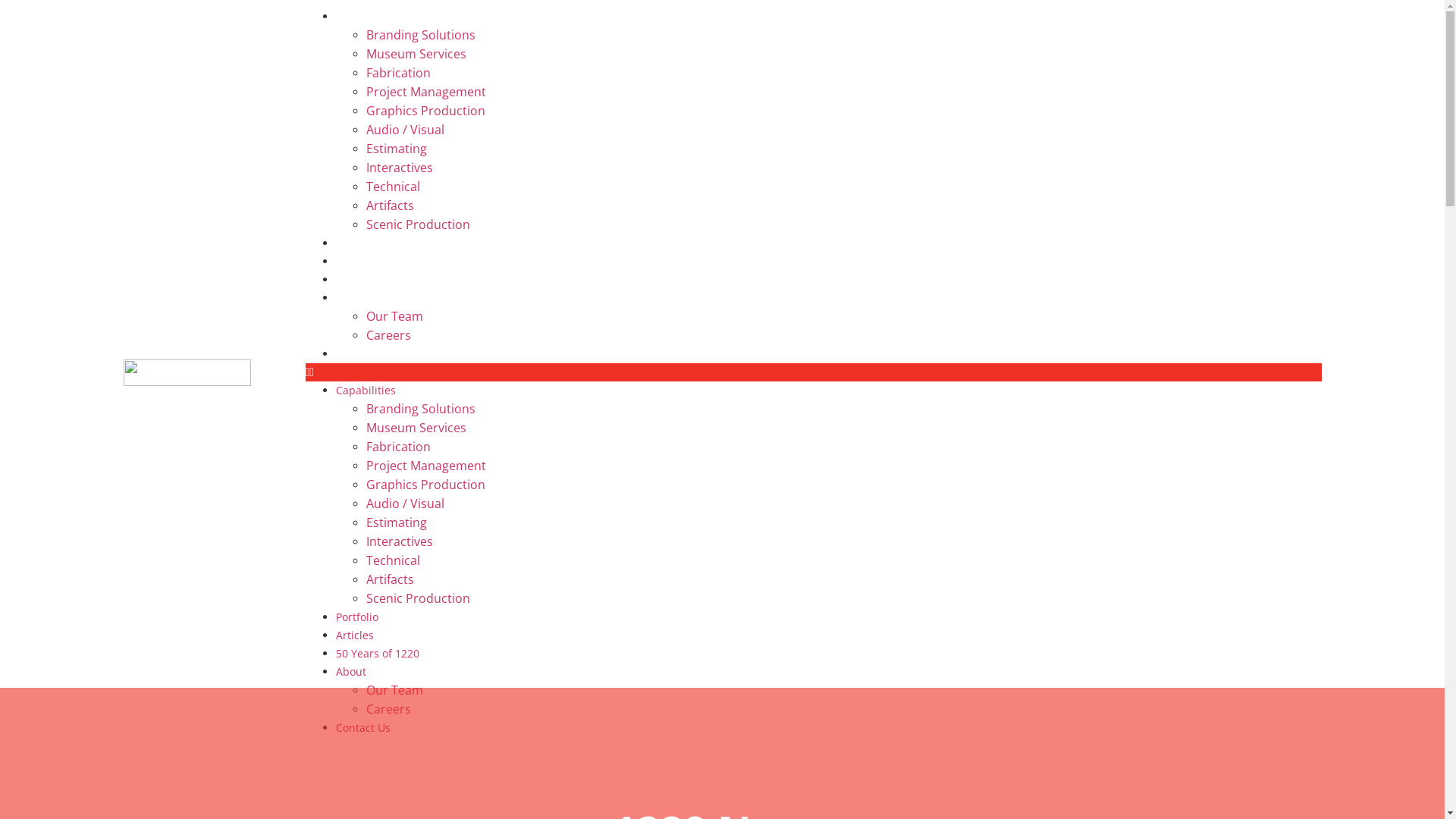  Describe the element at coordinates (365, 149) in the screenshot. I see `'Estimating'` at that location.